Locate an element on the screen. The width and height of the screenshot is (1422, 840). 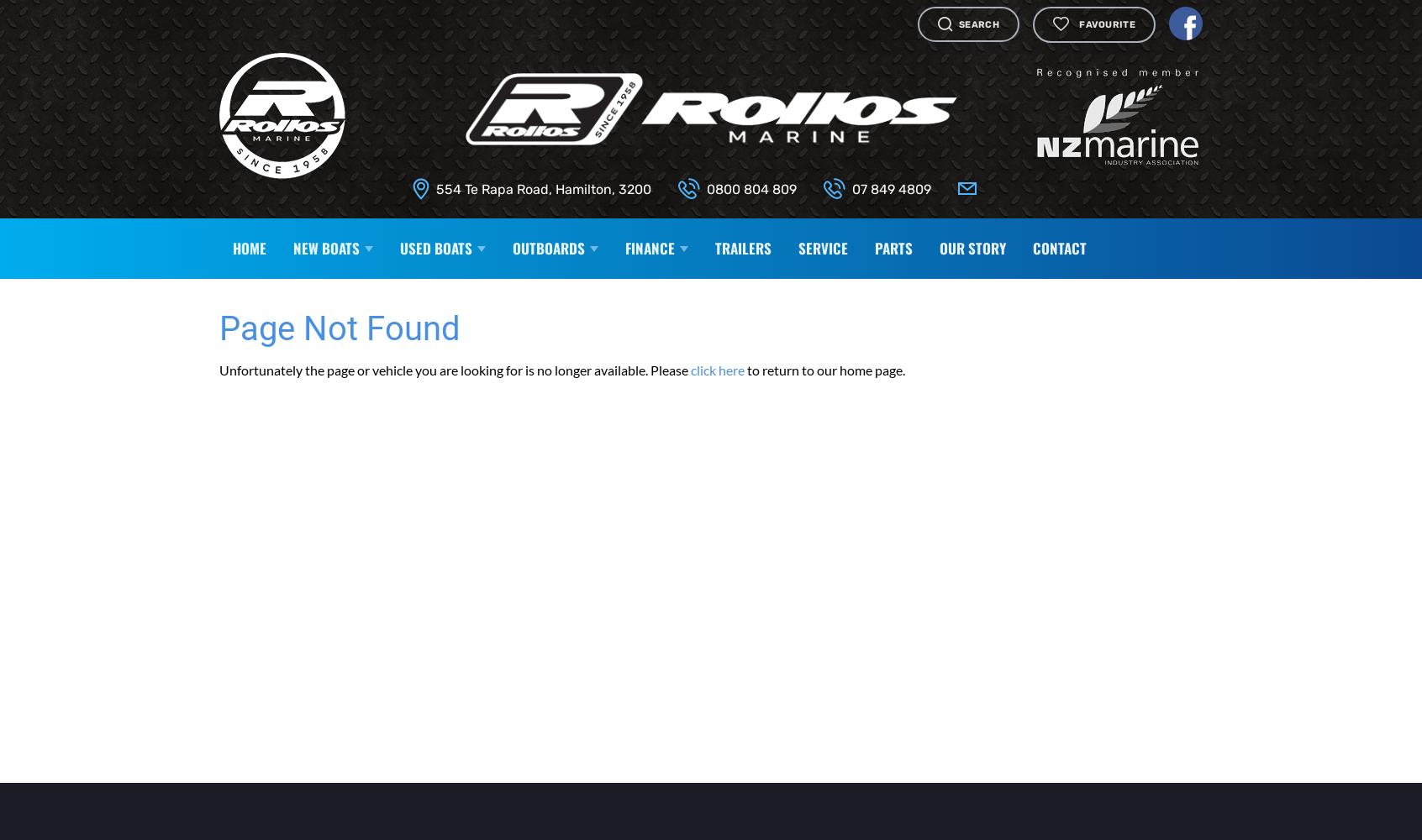
'07 849 4809' is located at coordinates (851, 188).